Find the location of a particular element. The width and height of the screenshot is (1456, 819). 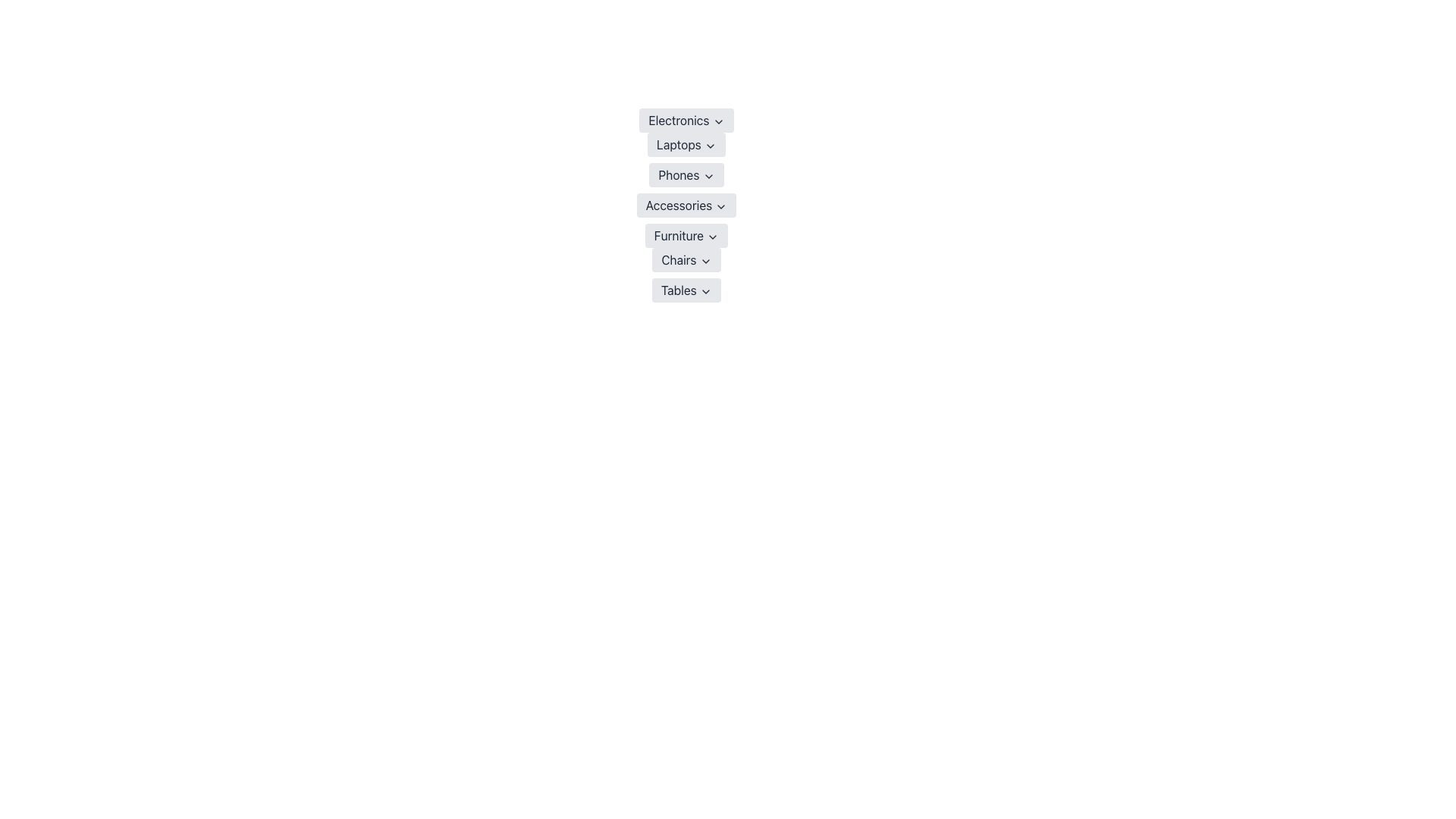

the 'Phones' dropdown menu button, which has a gray background and dark gray text, located in the Electronics section as the third button in the vertical list is located at coordinates (686, 174).